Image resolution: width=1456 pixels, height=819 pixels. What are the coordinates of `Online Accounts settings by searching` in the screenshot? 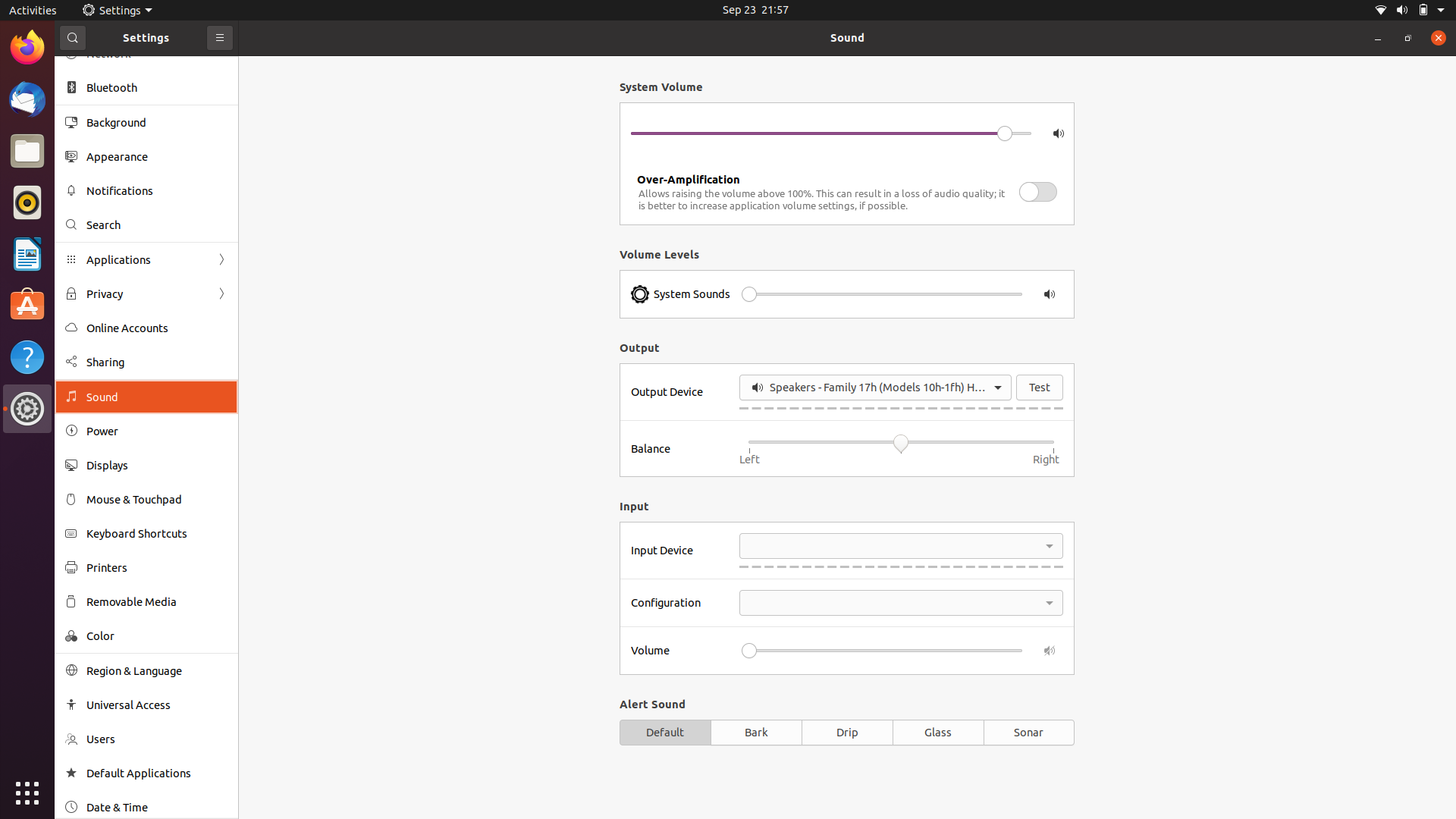 It's located at (145, 222).